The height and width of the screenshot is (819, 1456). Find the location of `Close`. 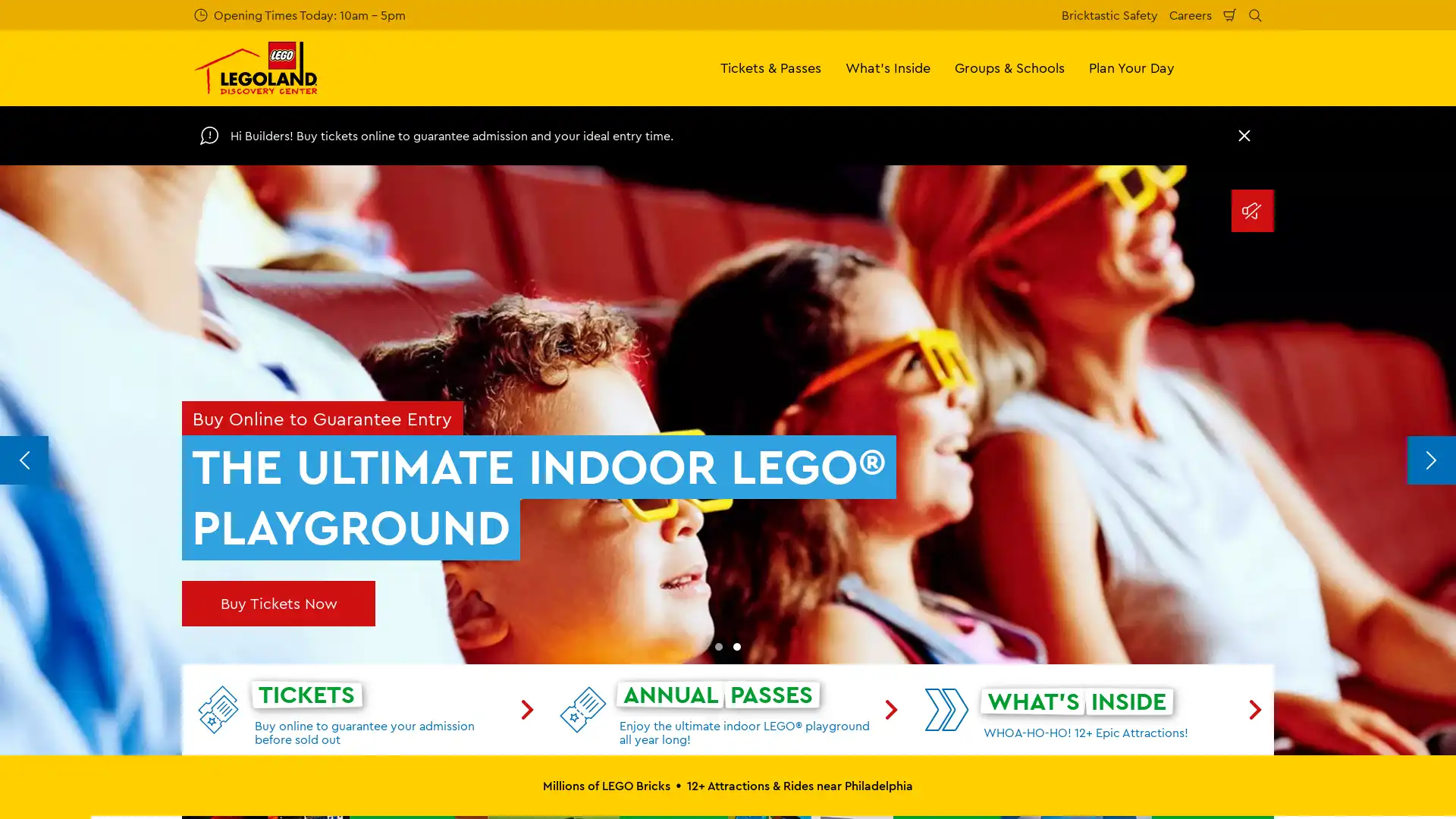

Close is located at coordinates (1244, 134).